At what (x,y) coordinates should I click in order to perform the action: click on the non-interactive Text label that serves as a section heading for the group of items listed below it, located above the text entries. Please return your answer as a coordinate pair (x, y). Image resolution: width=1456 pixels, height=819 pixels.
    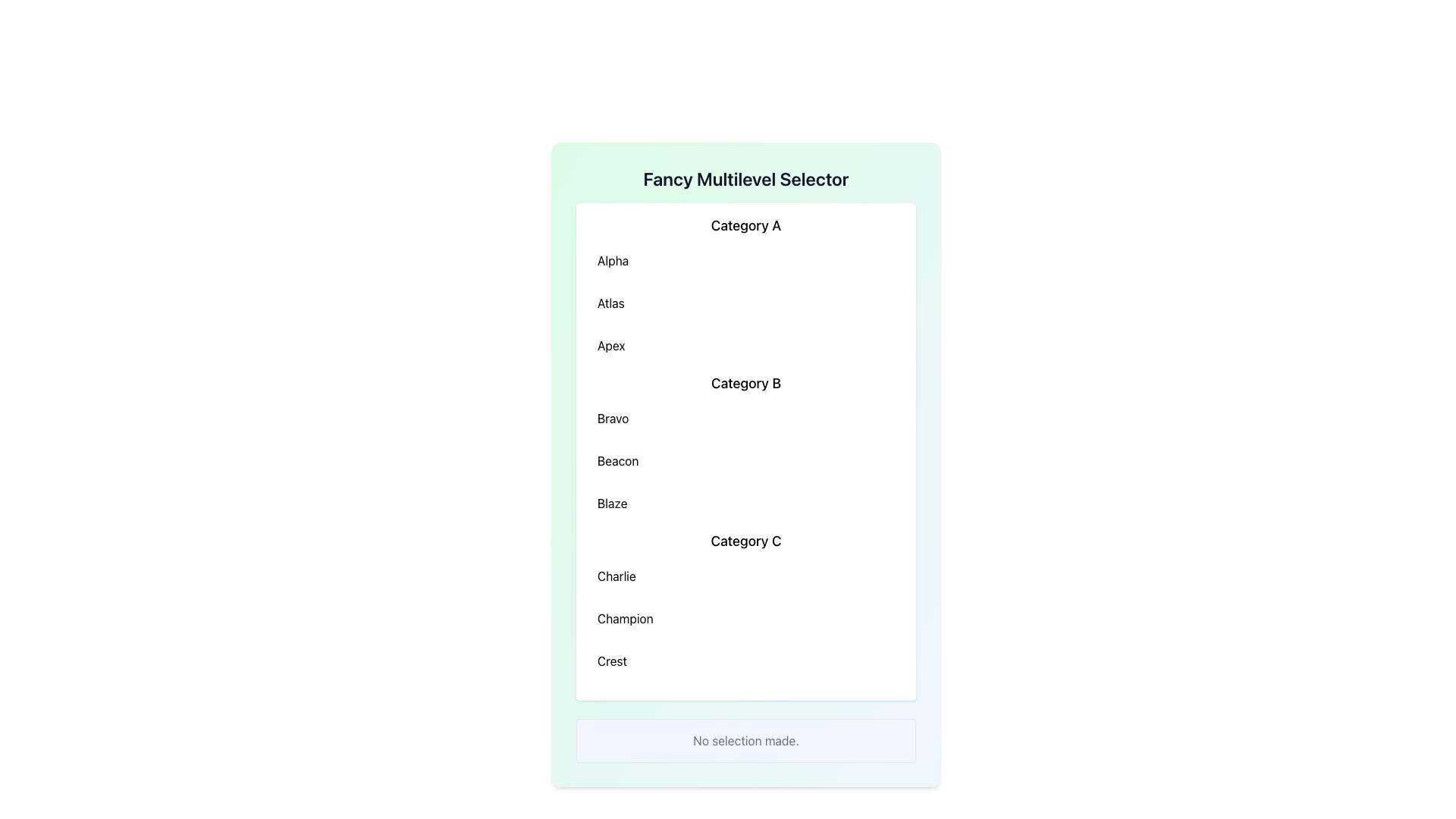
    Looking at the image, I should click on (745, 540).